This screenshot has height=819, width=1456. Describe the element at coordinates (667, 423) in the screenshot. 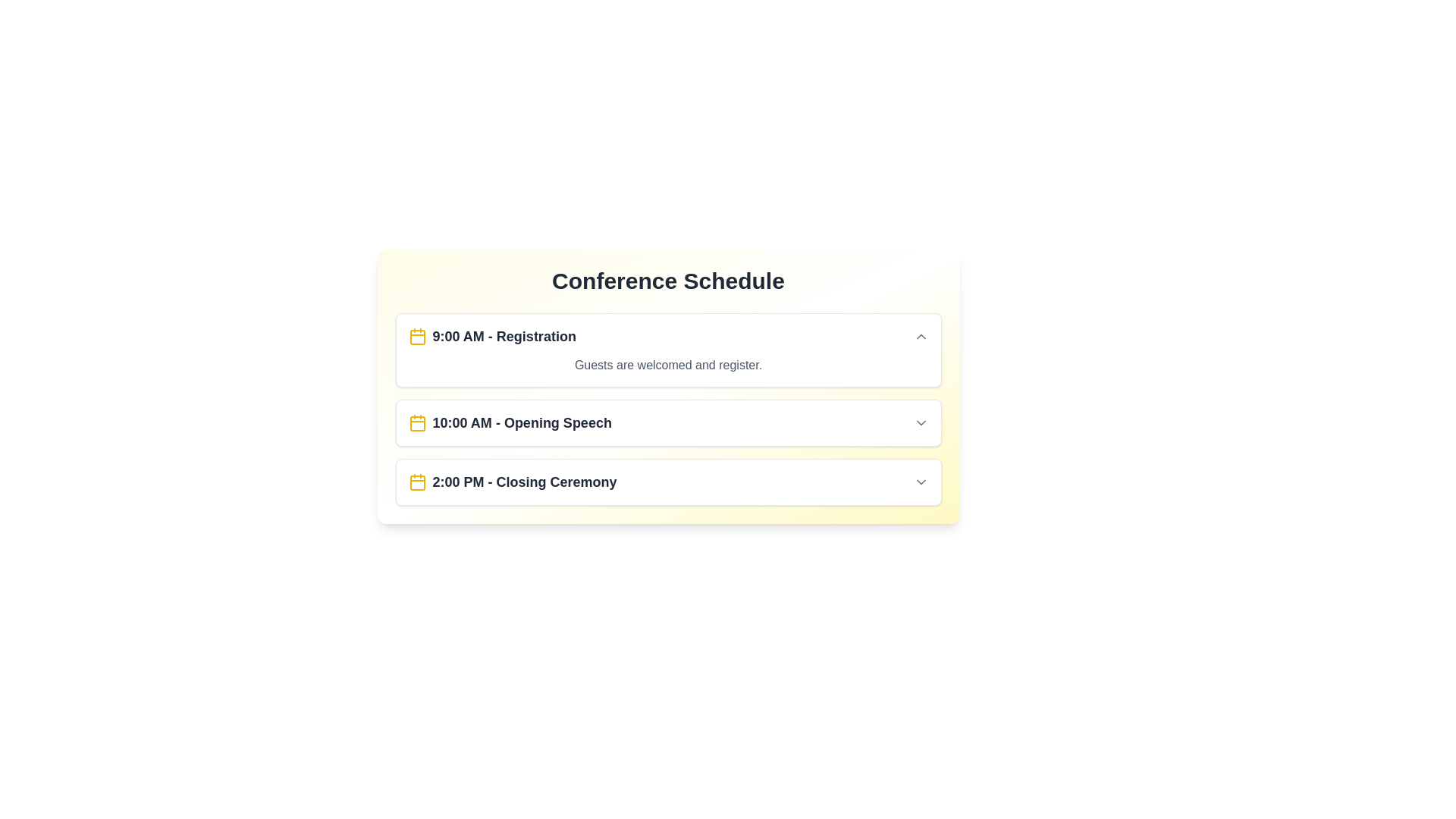

I see `the list item titled '10:00 AM - Opening Speech'` at that location.